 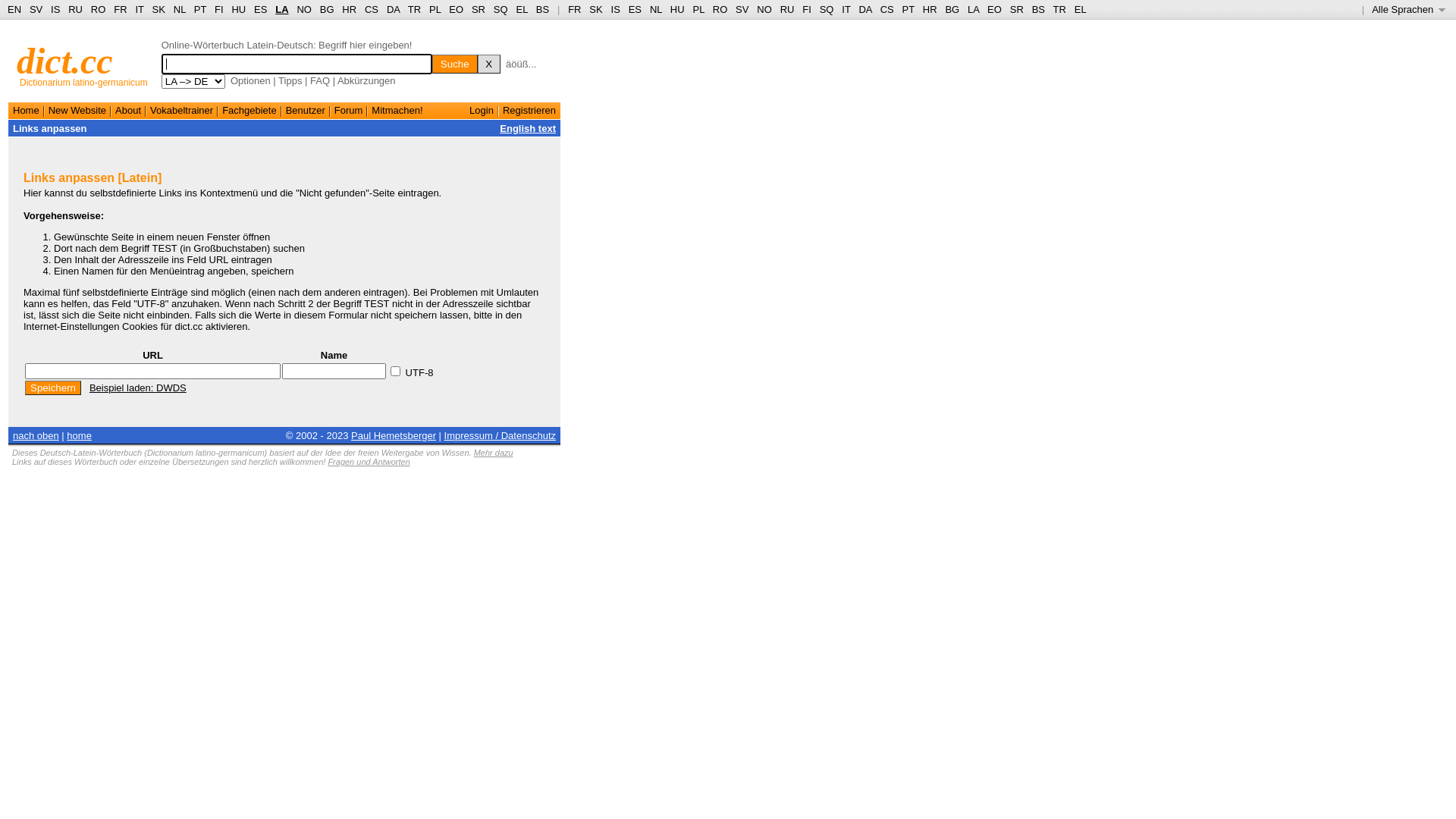 What do you see at coordinates (720, 9) in the screenshot?
I see `'RO'` at bounding box center [720, 9].